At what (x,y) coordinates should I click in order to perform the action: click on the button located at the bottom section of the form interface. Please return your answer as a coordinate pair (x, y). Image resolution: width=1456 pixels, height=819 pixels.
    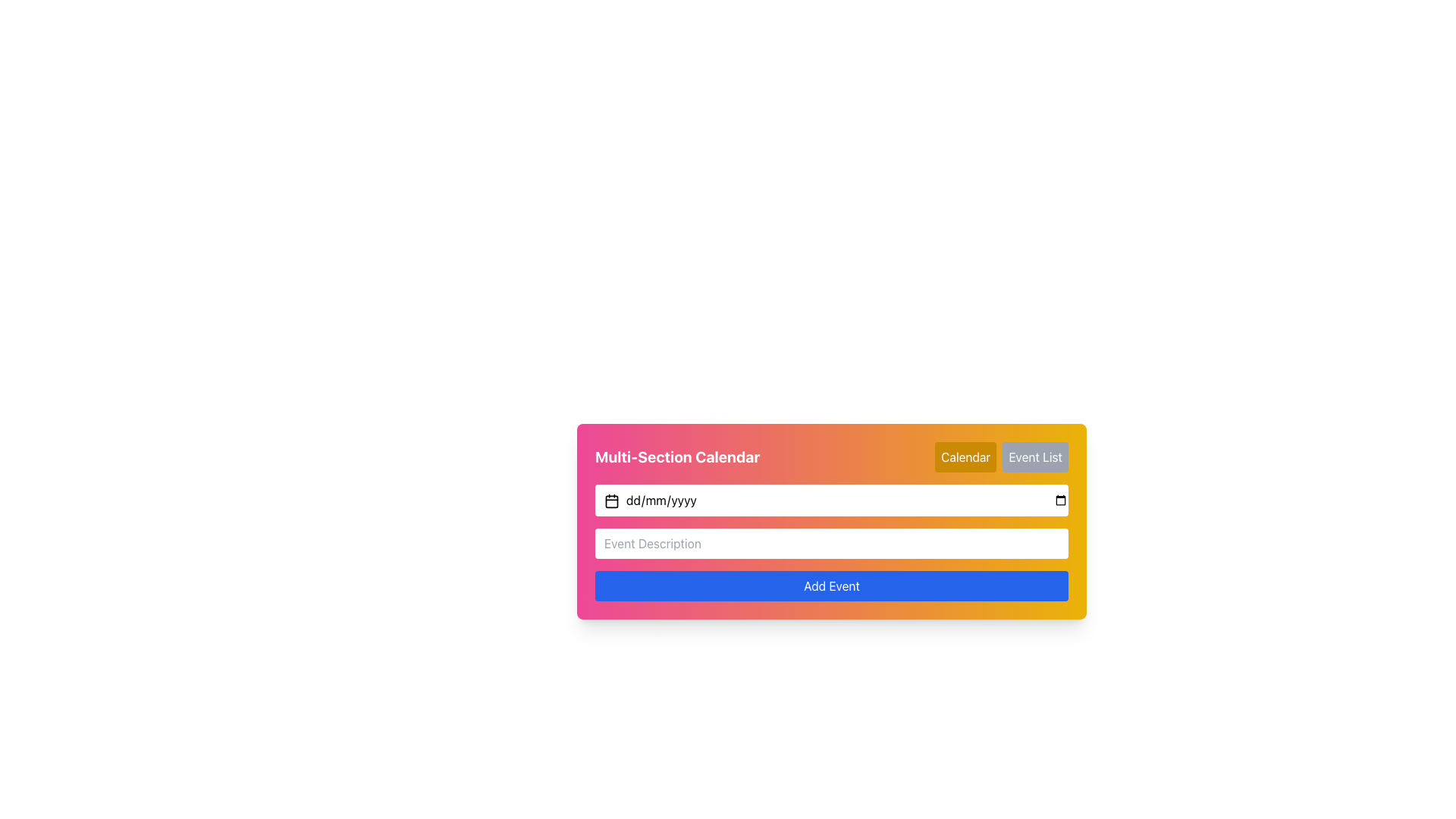
    Looking at the image, I should click on (831, 585).